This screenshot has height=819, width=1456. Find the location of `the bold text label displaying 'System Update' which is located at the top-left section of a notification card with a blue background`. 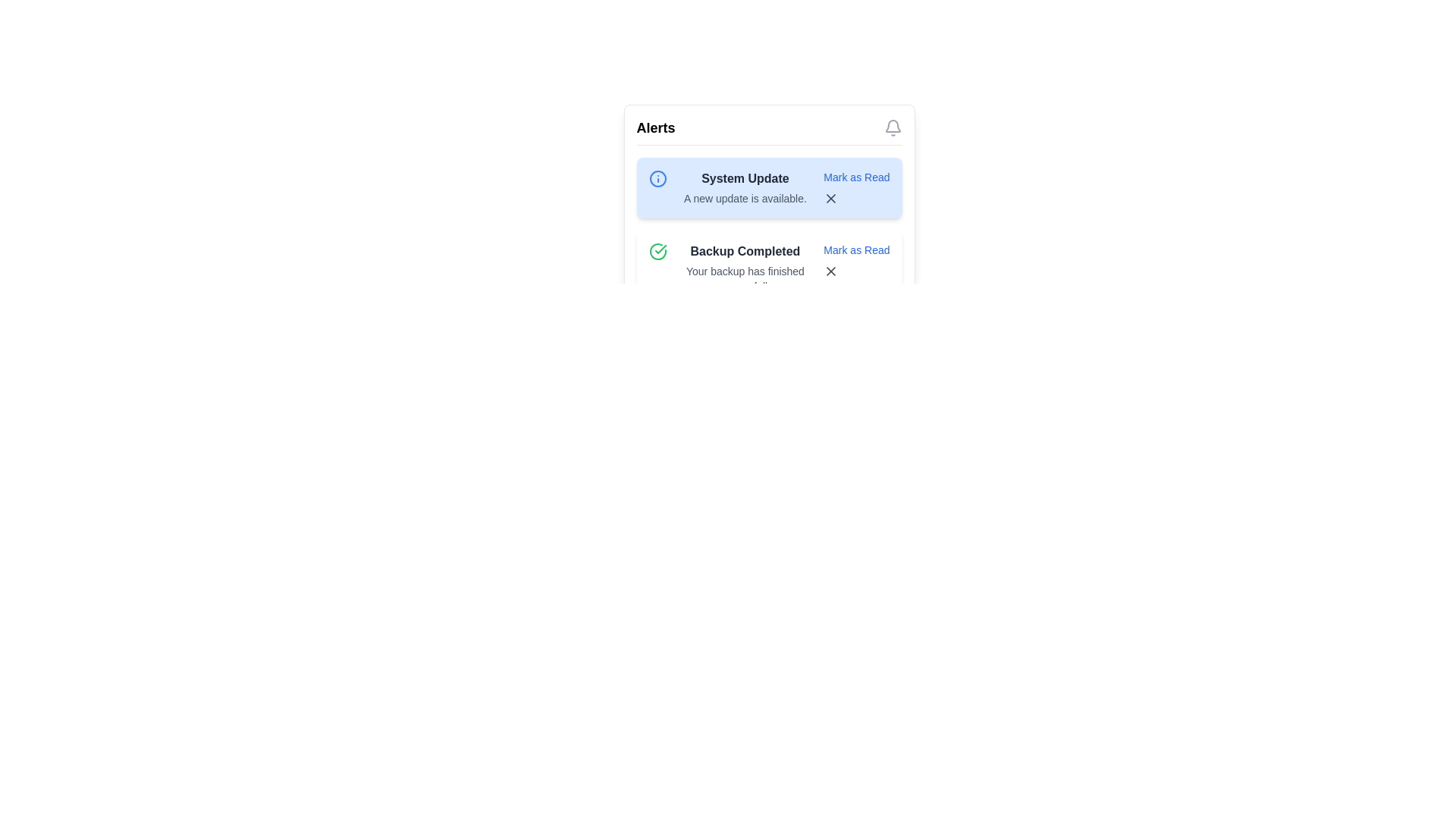

the bold text label displaying 'System Update' which is located at the top-left section of a notification card with a blue background is located at coordinates (745, 177).